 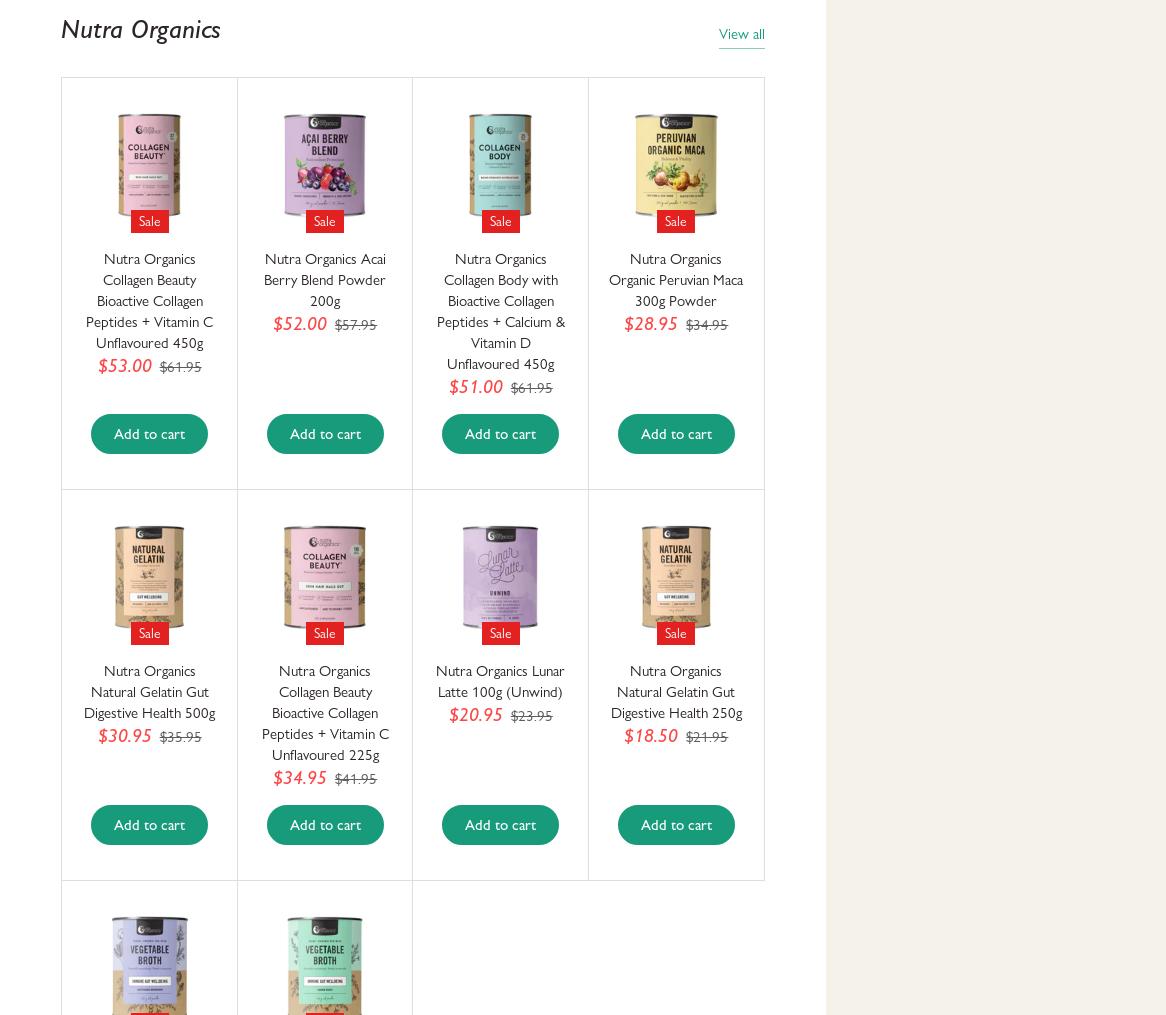 I want to click on '$57.95', so click(x=355, y=324).